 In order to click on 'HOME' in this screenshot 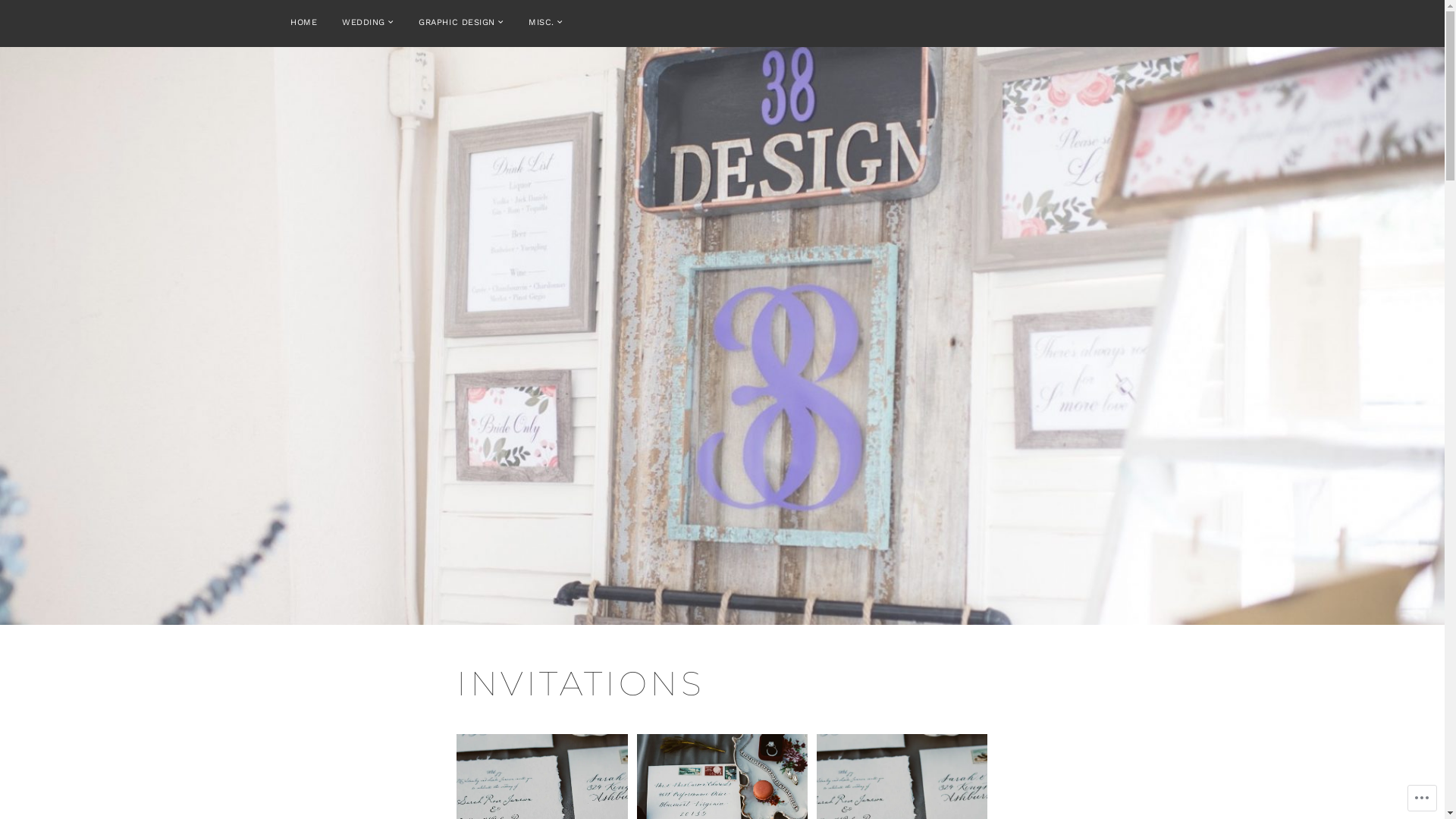, I will do `click(303, 23)`.